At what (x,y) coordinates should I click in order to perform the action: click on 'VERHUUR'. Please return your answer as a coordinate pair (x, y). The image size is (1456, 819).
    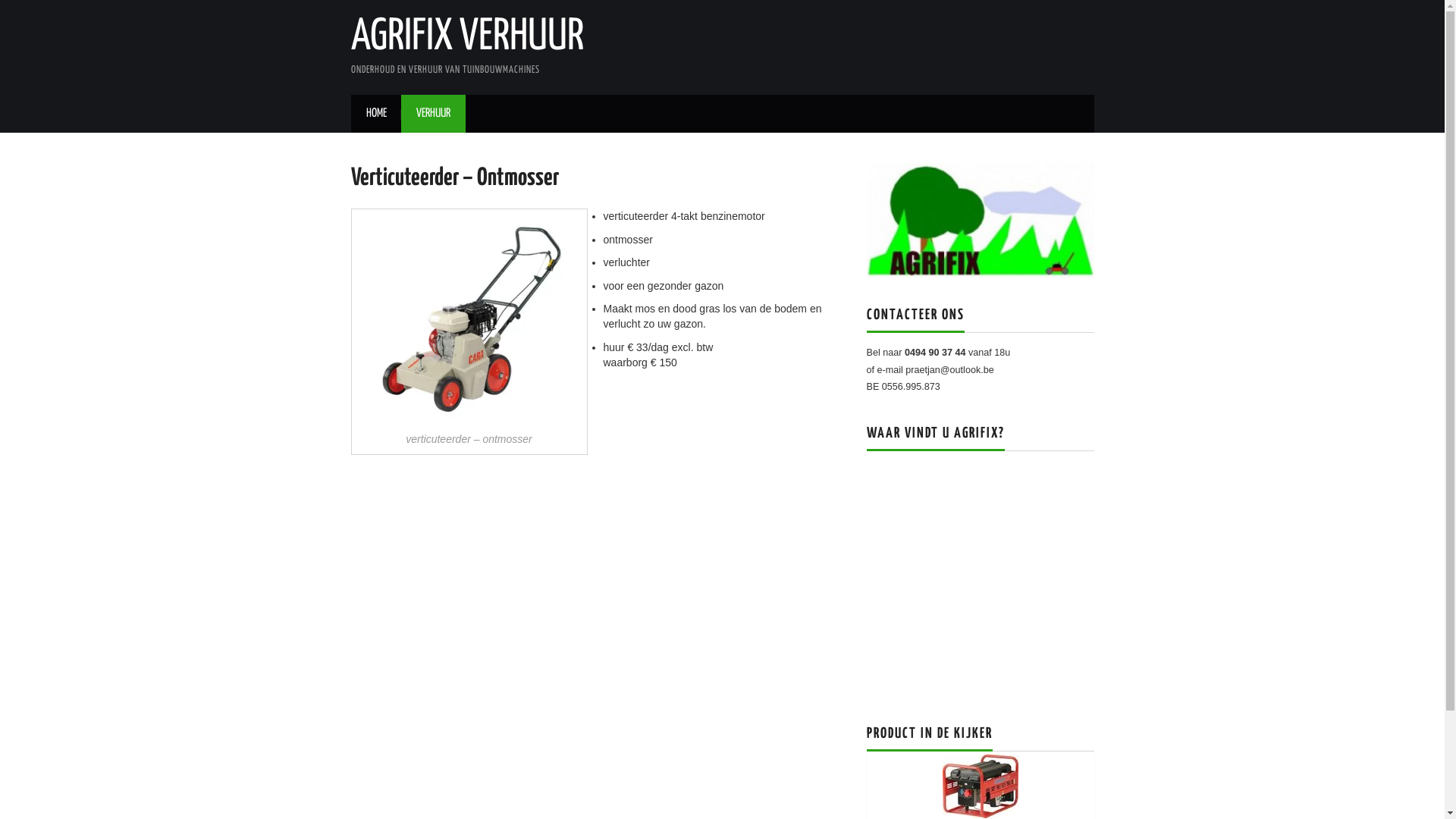
    Looking at the image, I should click on (431, 113).